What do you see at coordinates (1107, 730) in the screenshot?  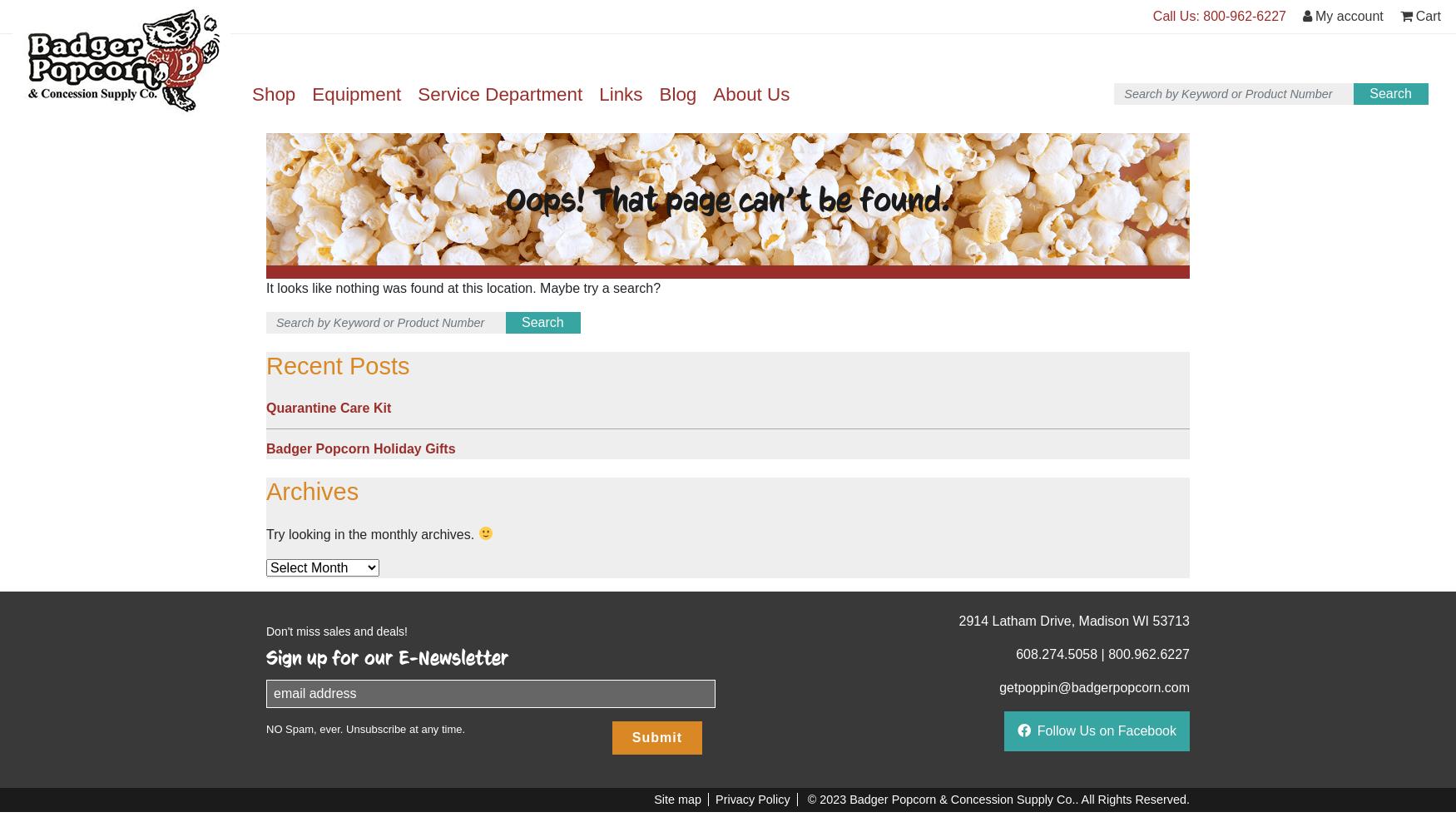 I see `'Follow Us on Facebook'` at bounding box center [1107, 730].